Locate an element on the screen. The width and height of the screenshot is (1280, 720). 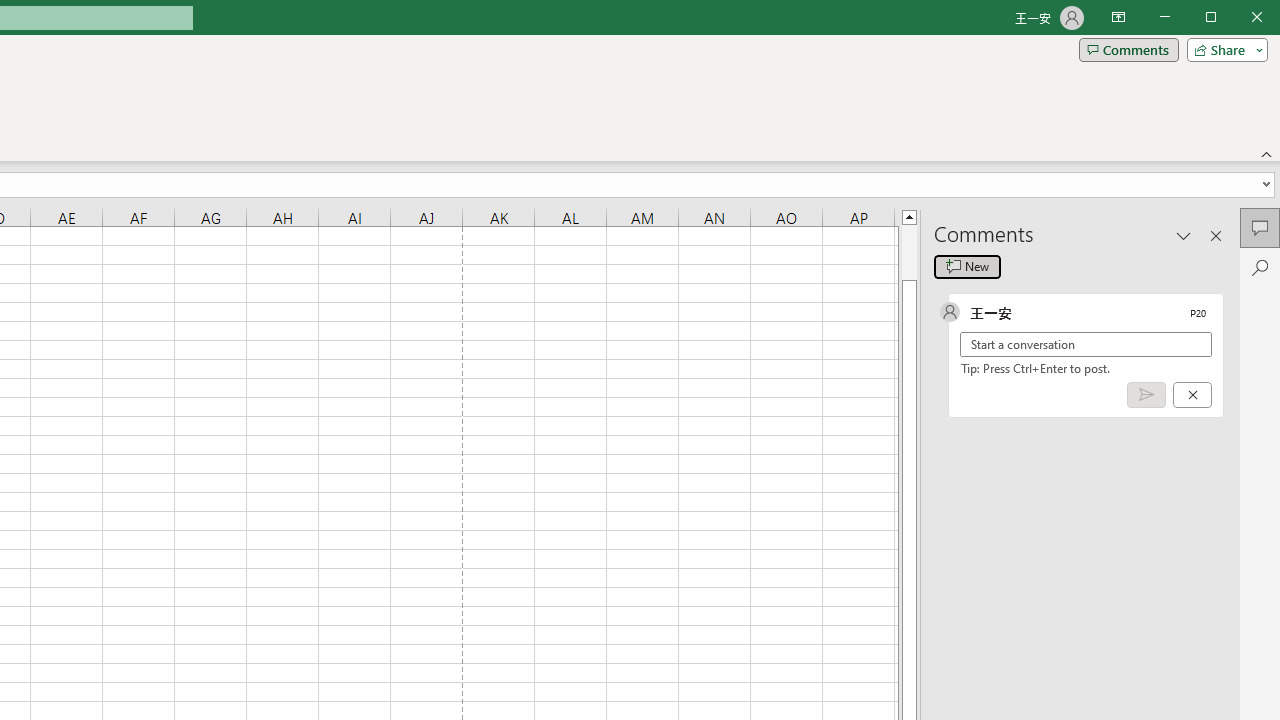
'Maximize' is located at coordinates (1238, 19).